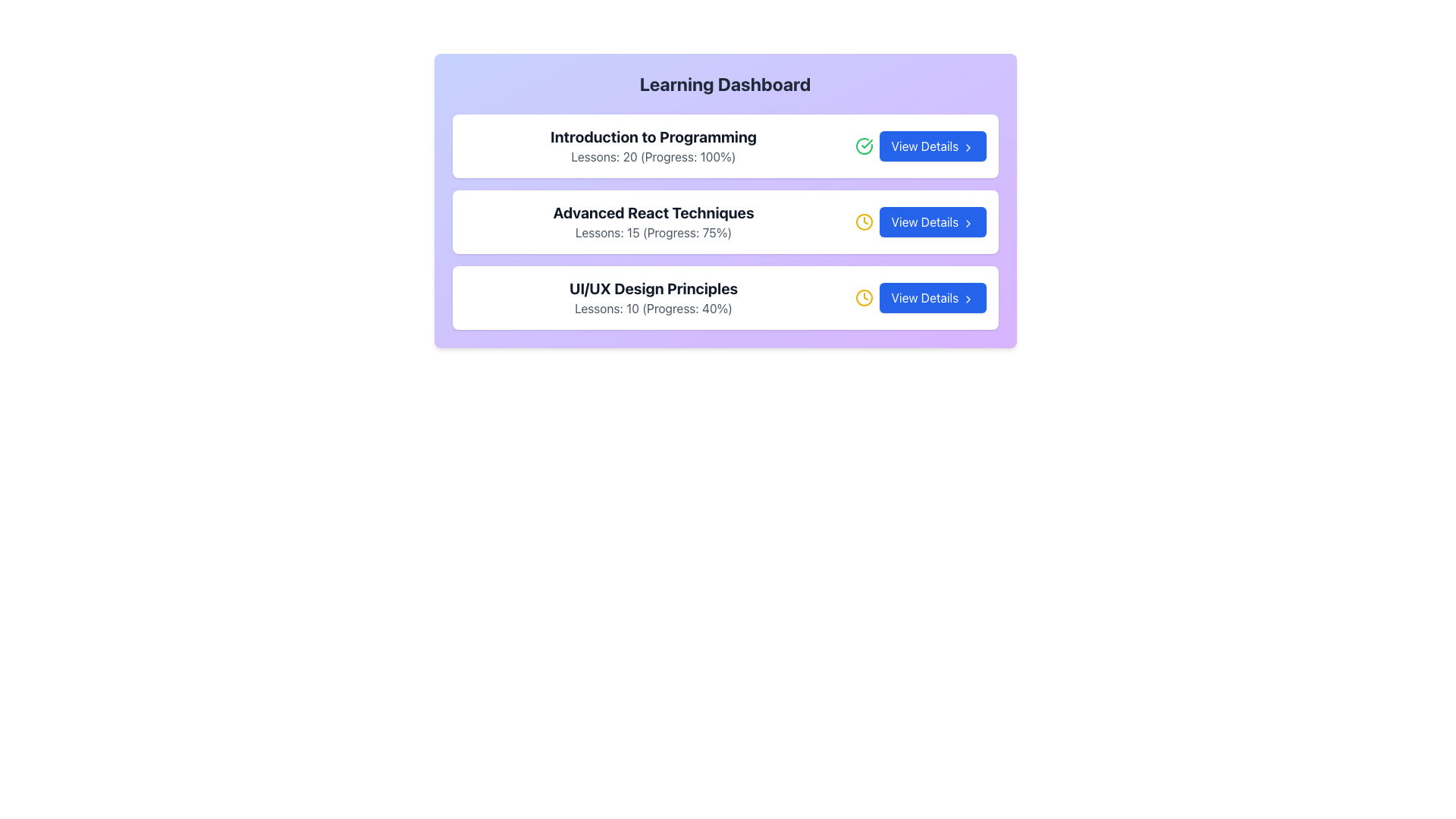 This screenshot has width=1456, height=819. Describe the element at coordinates (654, 222) in the screenshot. I see `text from the second item in the learning modules list, which displays 'Advanced React Techniques' and 'Lessons: 15 (Progress: 75%)'` at that location.